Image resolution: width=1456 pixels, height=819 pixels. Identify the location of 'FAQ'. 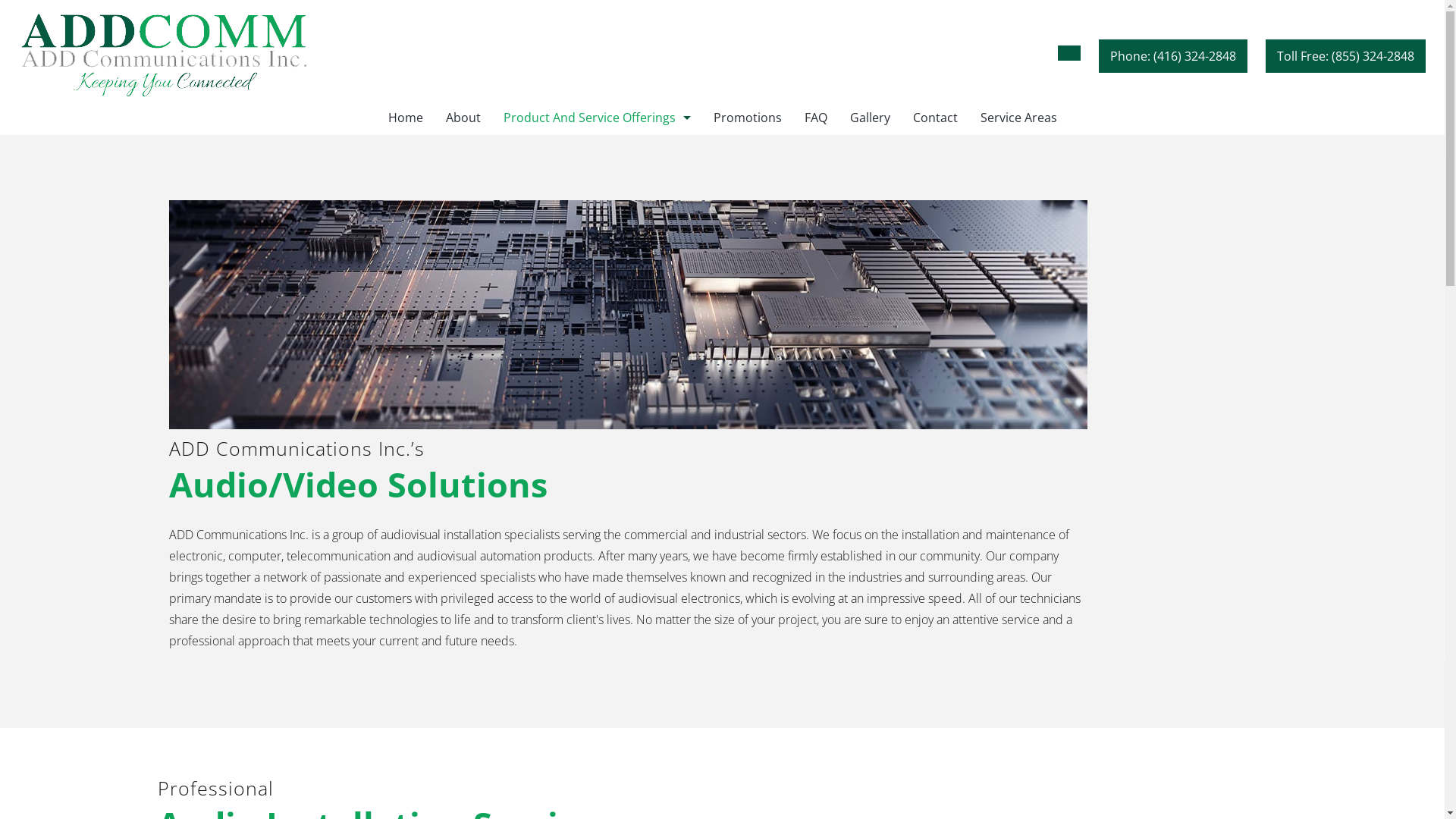
(814, 117).